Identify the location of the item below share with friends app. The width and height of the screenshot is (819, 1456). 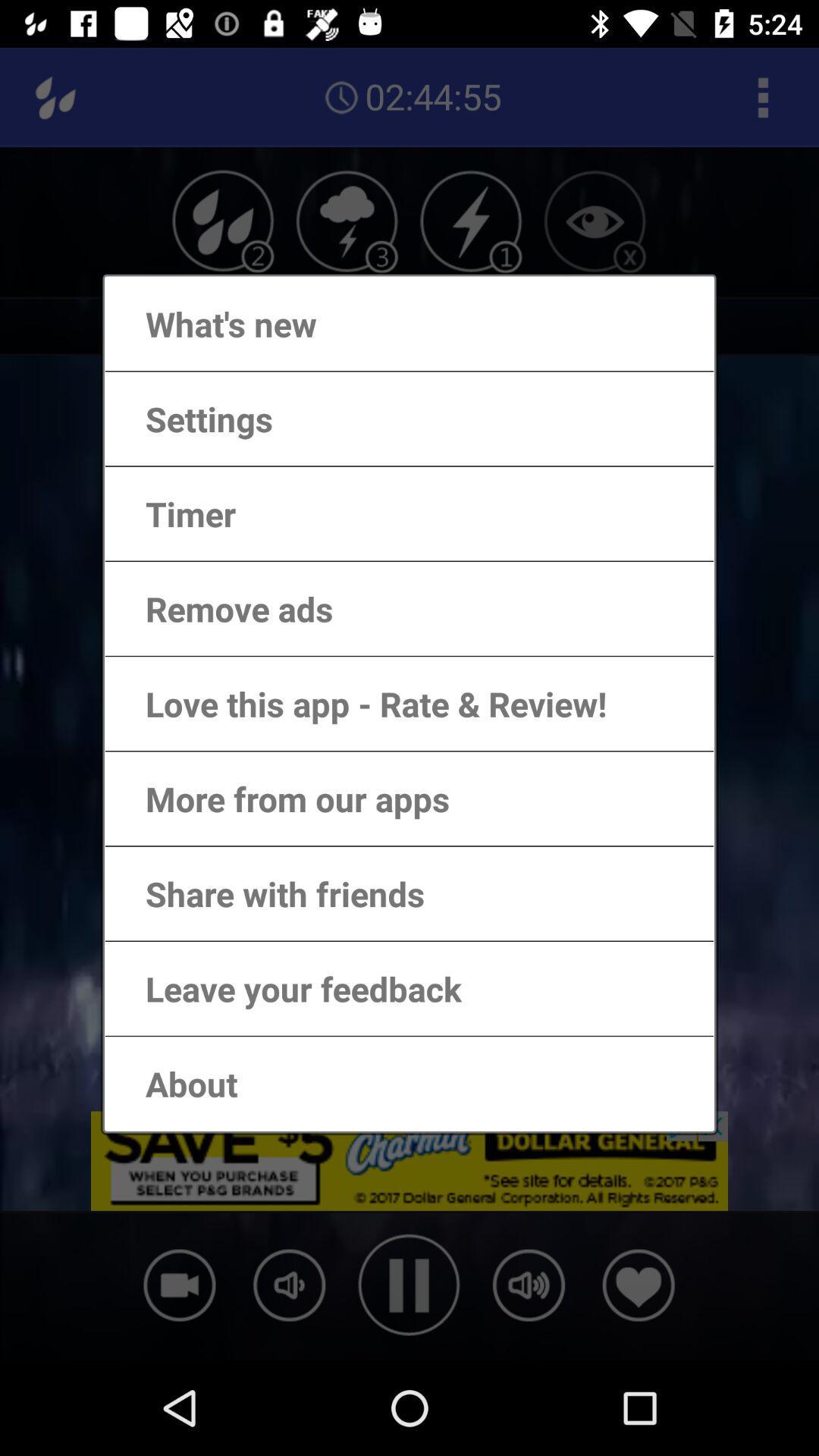
(288, 988).